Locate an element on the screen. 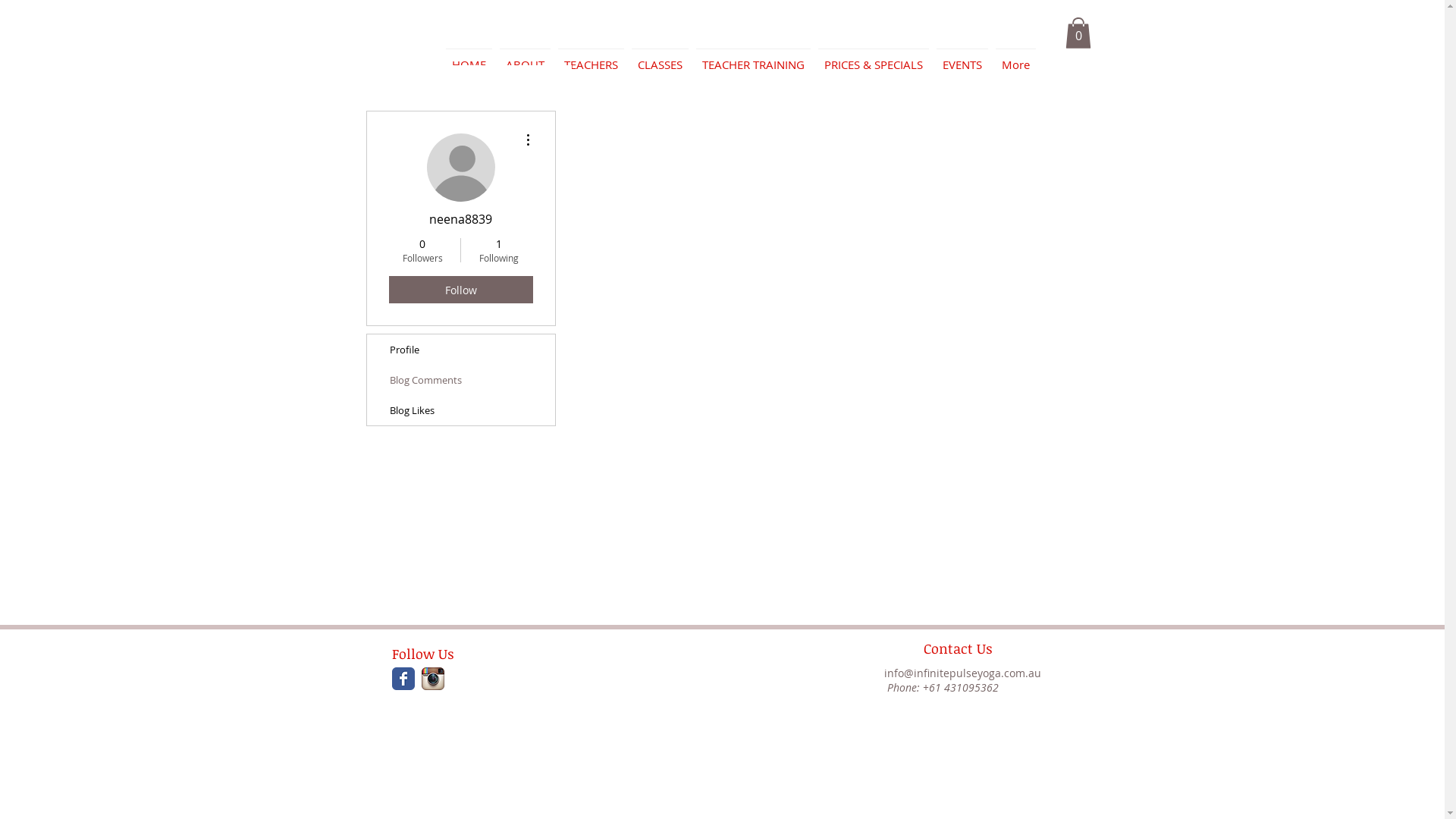 The height and width of the screenshot is (819, 1456). 'TEACHER TRAINING' is located at coordinates (752, 57).